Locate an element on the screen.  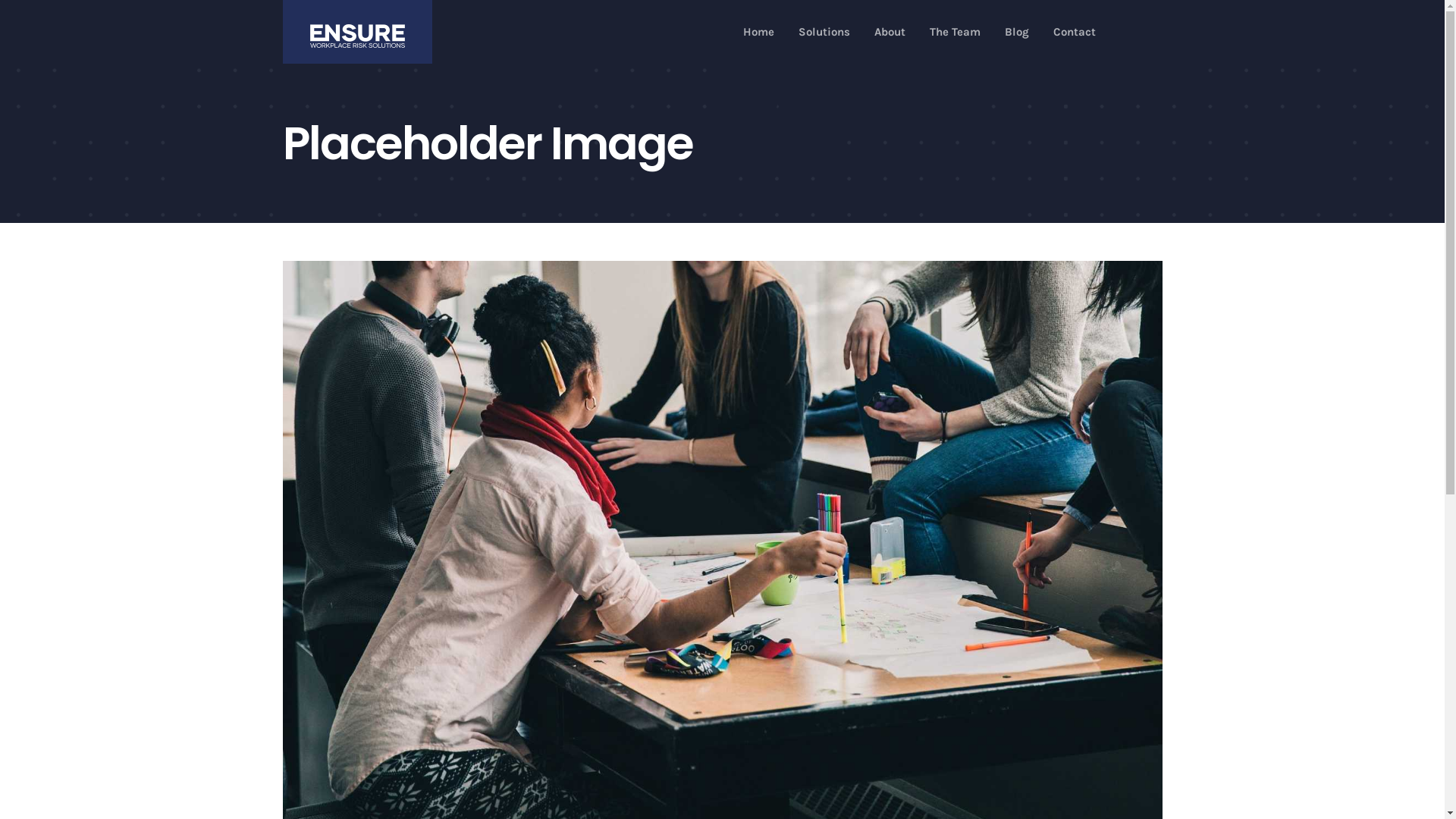
'Contact' is located at coordinates (1052, 32).